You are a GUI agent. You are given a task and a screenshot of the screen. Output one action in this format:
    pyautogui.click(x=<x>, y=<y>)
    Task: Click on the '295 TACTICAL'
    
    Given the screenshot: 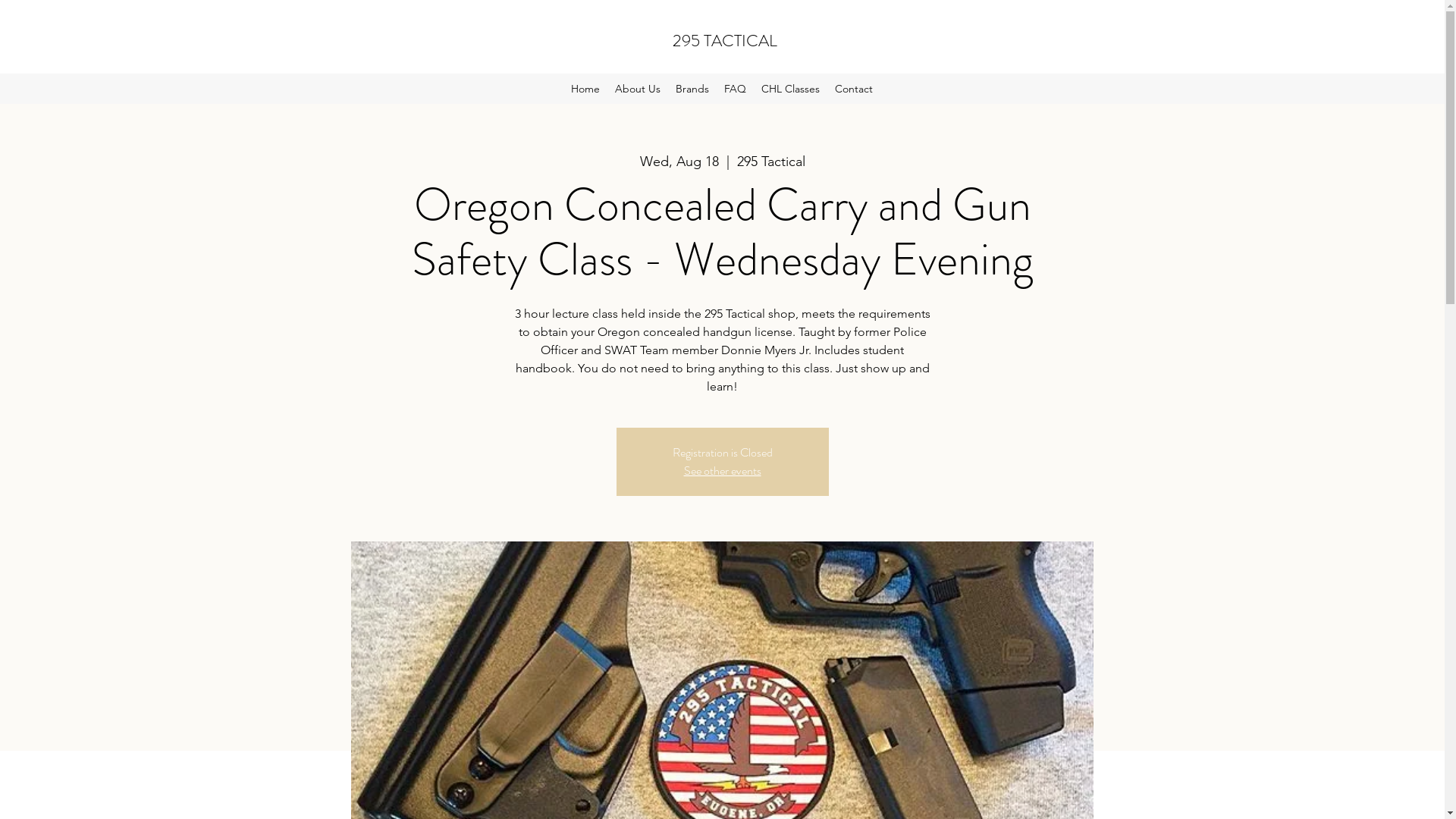 What is the action you would take?
    pyautogui.click(x=672, y=39)
    